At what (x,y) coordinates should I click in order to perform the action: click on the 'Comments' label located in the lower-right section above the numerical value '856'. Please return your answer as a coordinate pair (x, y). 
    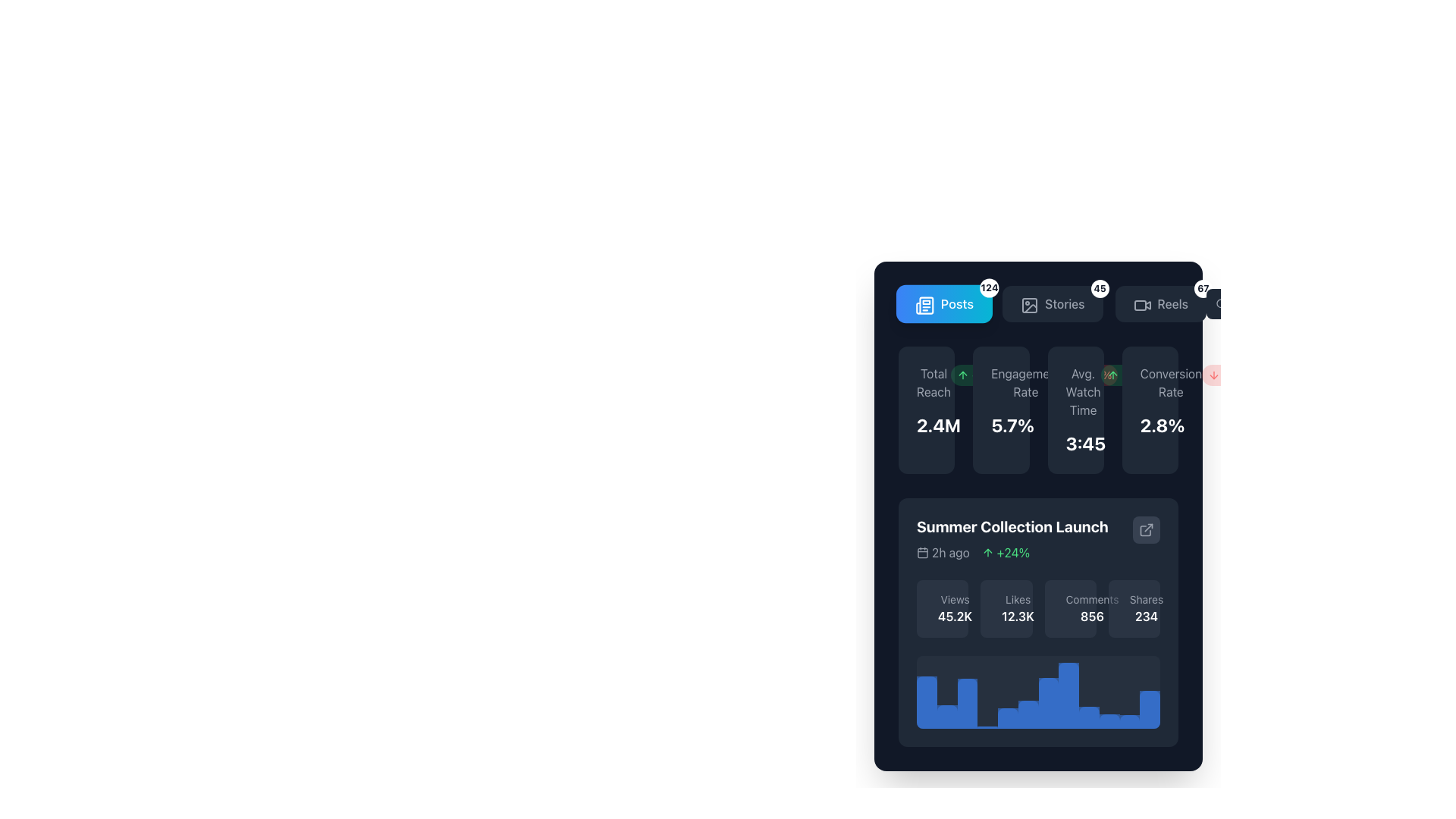
    Looking at the image, I should click on (1092, 598).